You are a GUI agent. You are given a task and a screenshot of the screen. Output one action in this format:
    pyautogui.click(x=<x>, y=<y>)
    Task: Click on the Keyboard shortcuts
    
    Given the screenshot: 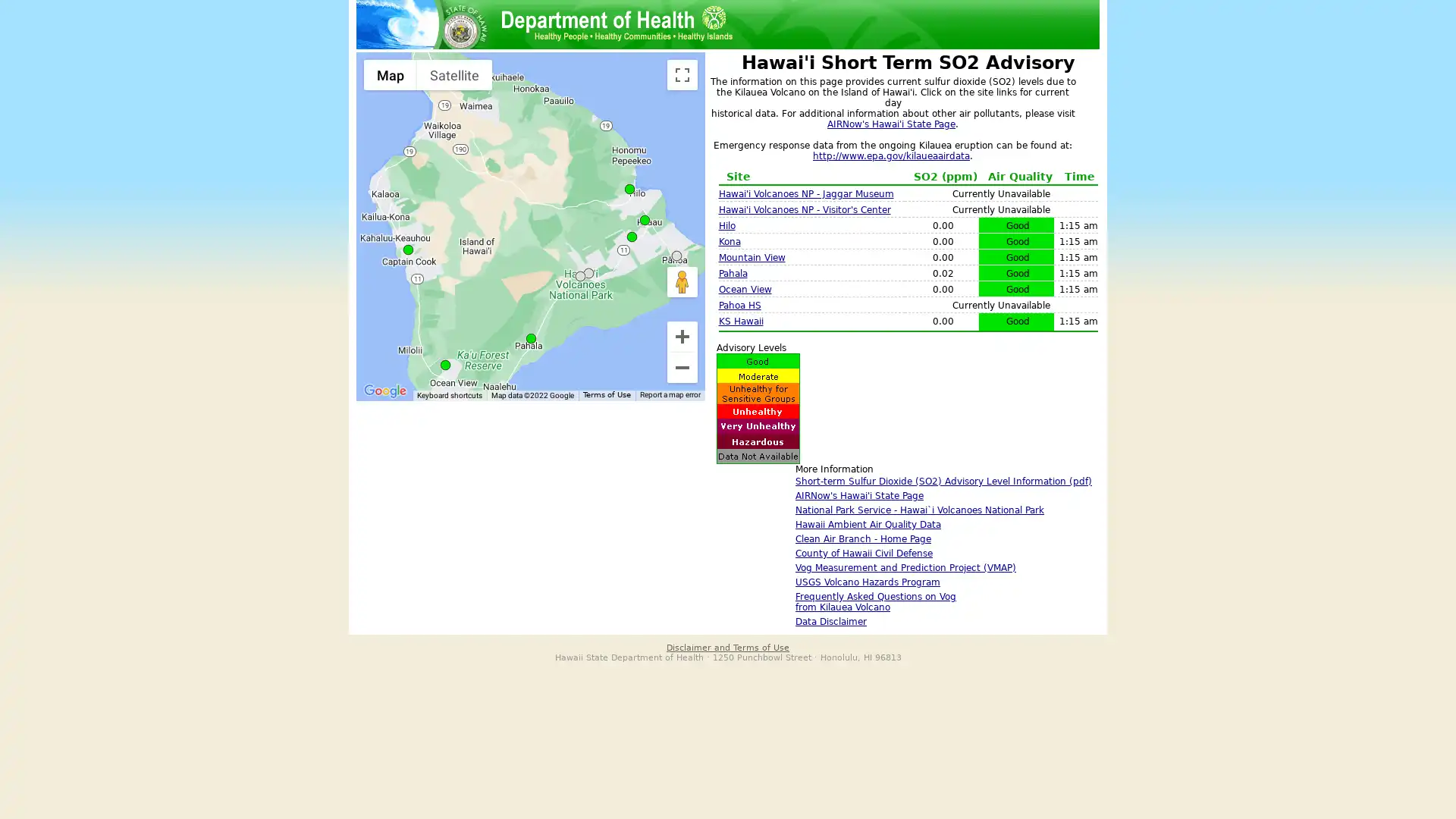 What is the action you would take?
    pyautogui.click(x=449, y=394)
    